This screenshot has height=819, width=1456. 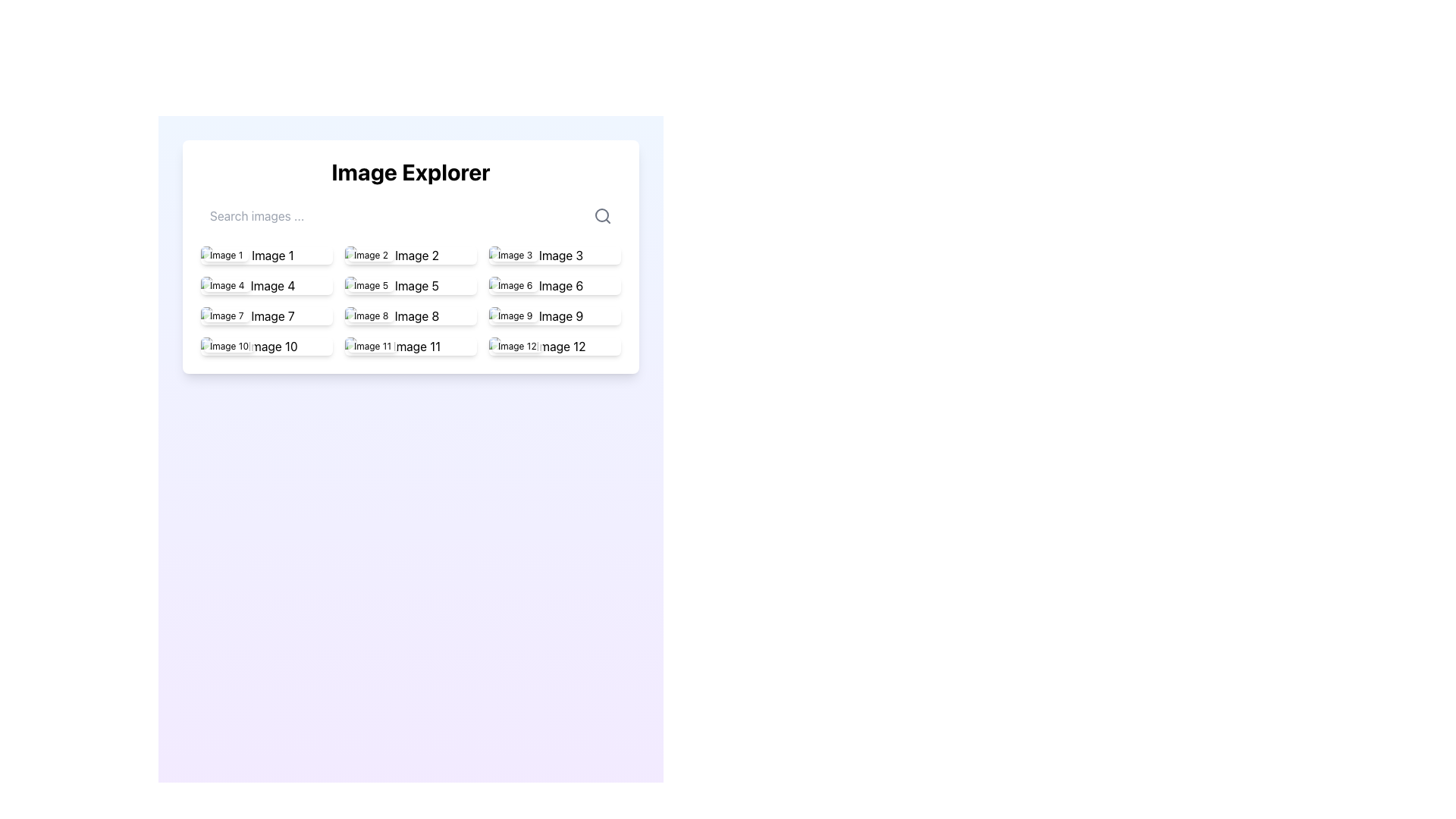 I want to click on to select the image thumbnail located in the first column and first row of the grid layout, so click(x=266, y=254).